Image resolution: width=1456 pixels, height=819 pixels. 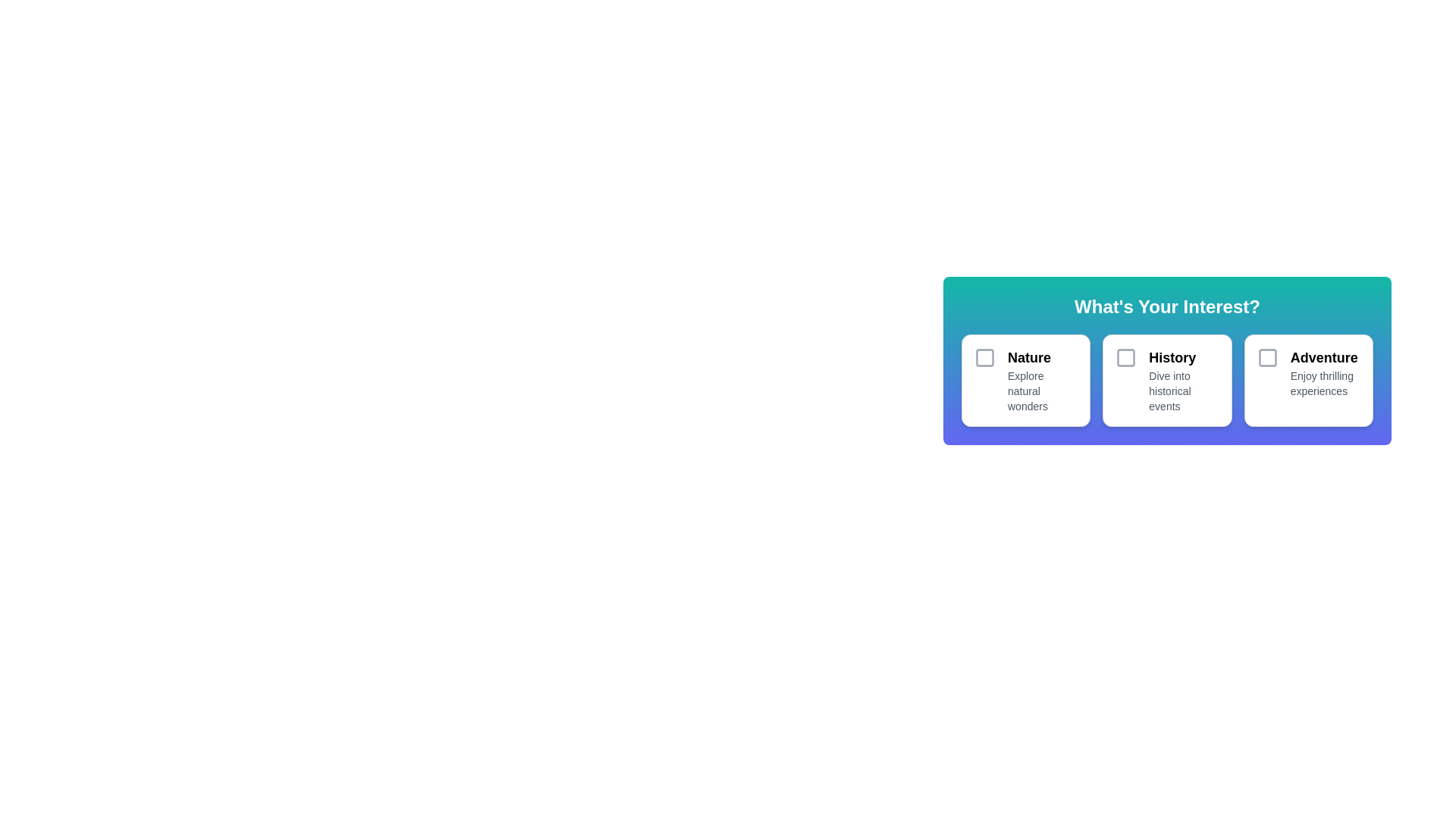 What do you see at coordinates (1267, 379) in the screenshot?
I see `the checkbox located within the 'Adventure' card` at bounding box center [1267, 379].